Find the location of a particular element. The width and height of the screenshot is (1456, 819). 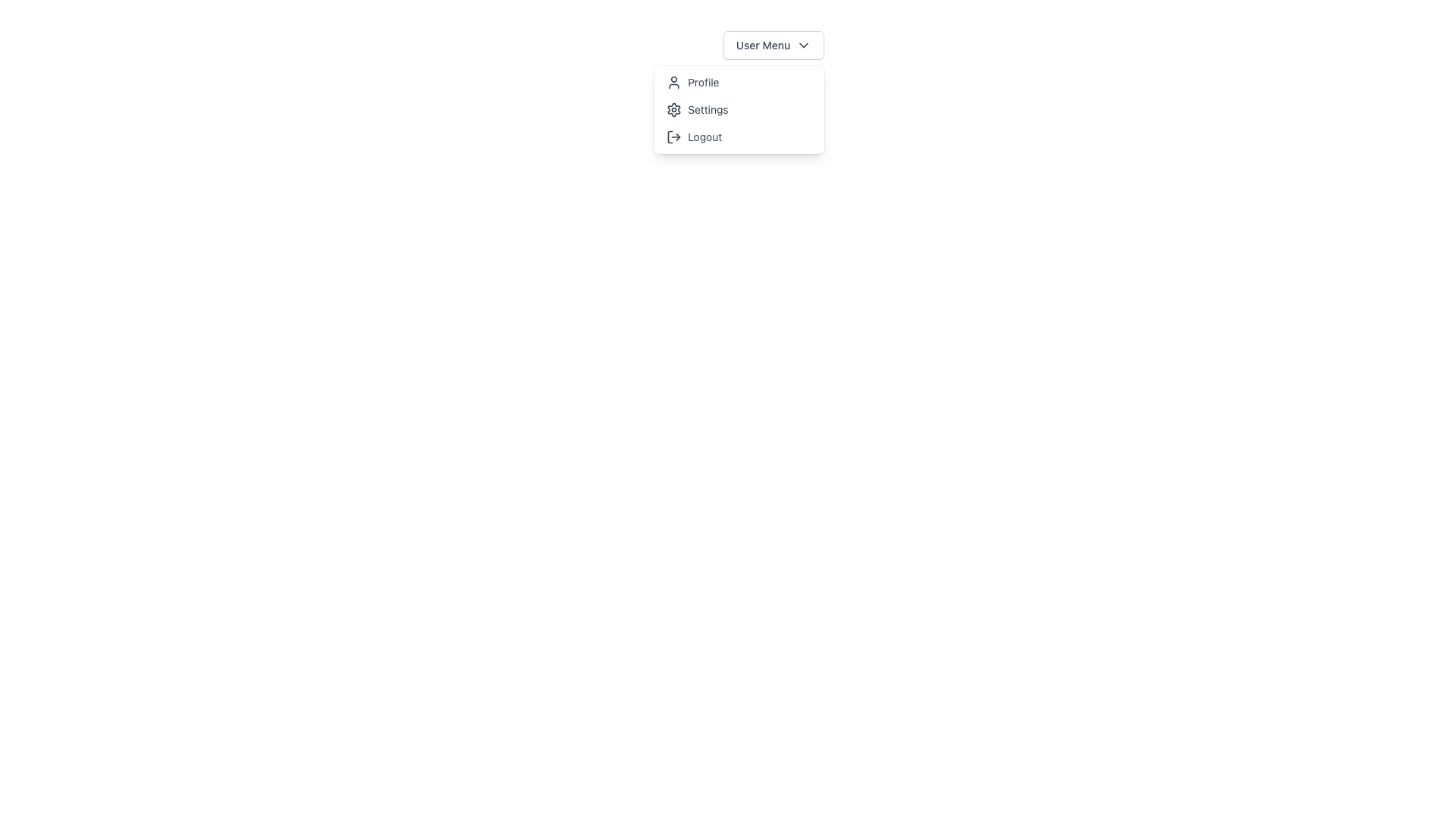

the cogwheel-like icon representing settings in the dropdown menu is located at coordinates (673, 109).